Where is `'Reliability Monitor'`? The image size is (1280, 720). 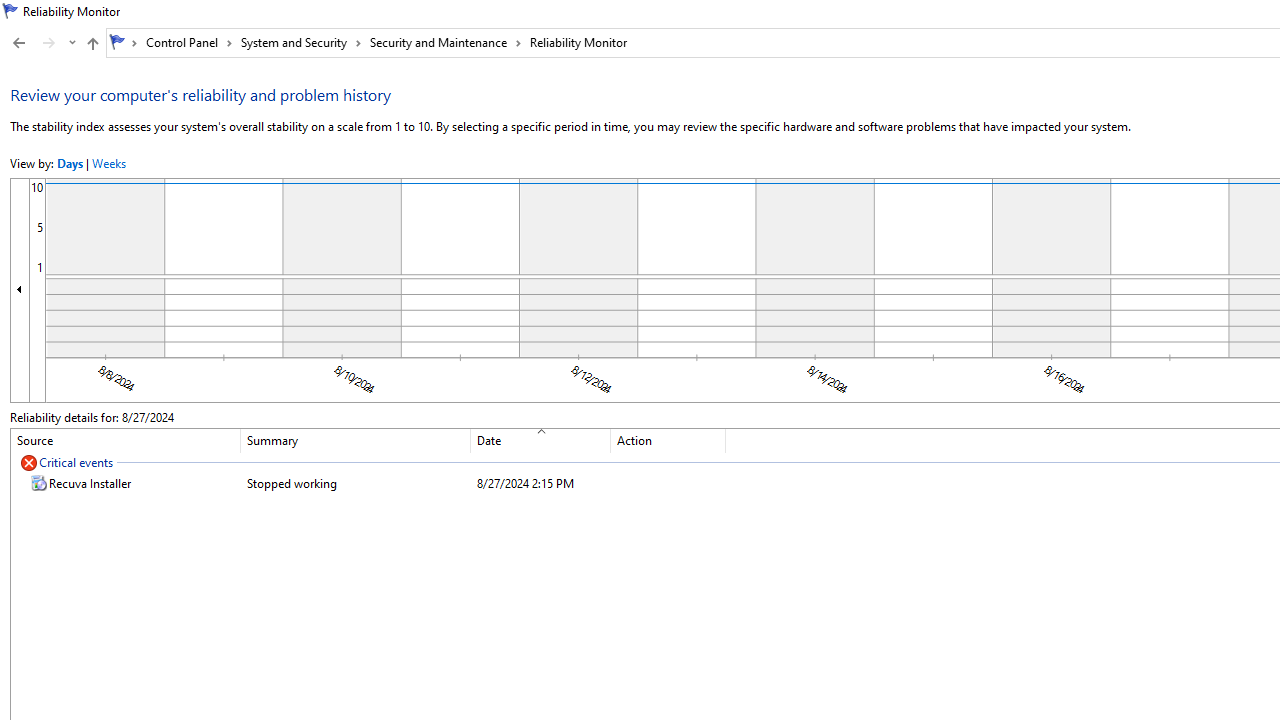 'Reliability Monitor' is located at coordinates (577, 42).